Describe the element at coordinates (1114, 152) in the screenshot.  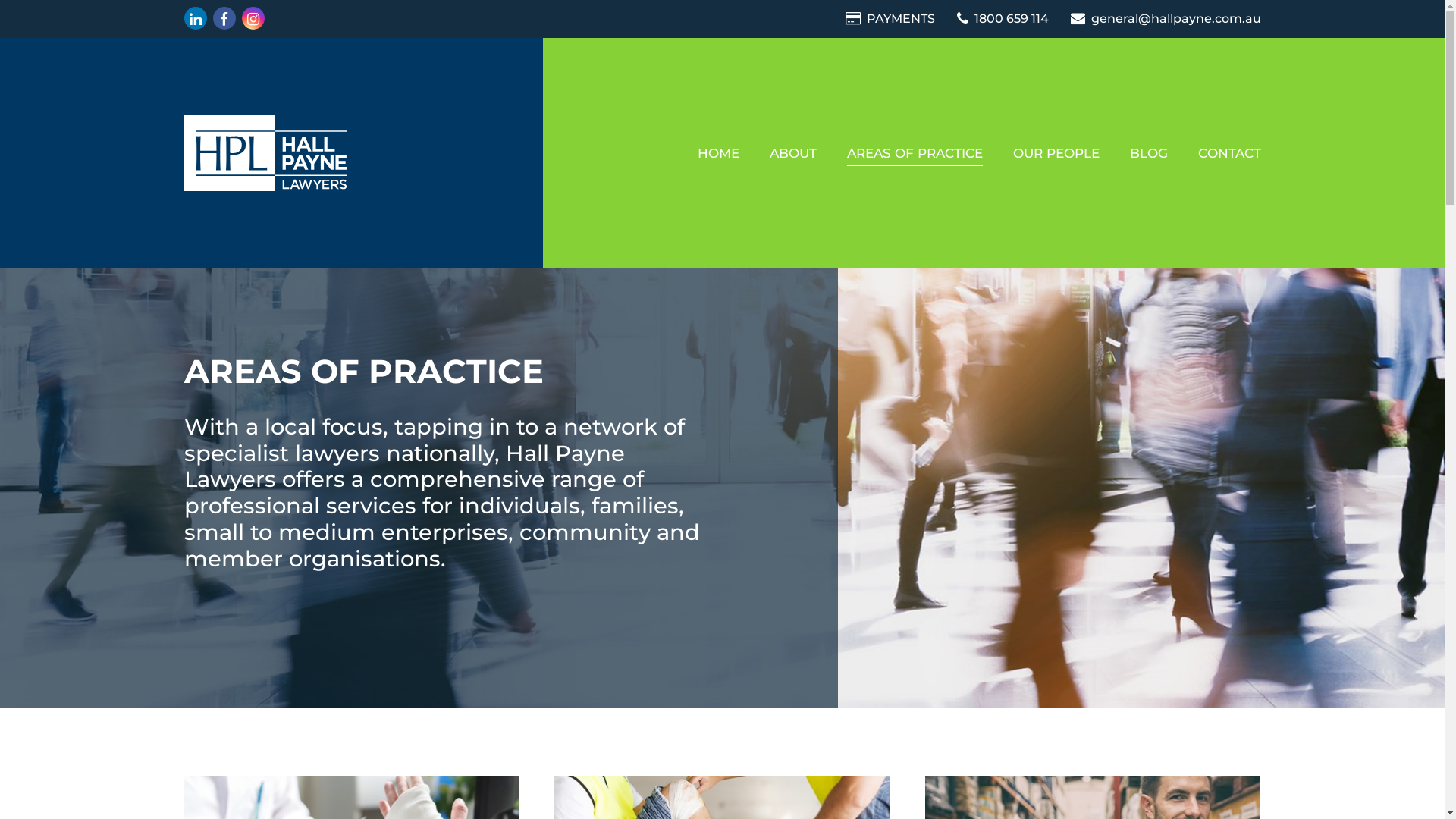
I see `'BLOG'` at that location.